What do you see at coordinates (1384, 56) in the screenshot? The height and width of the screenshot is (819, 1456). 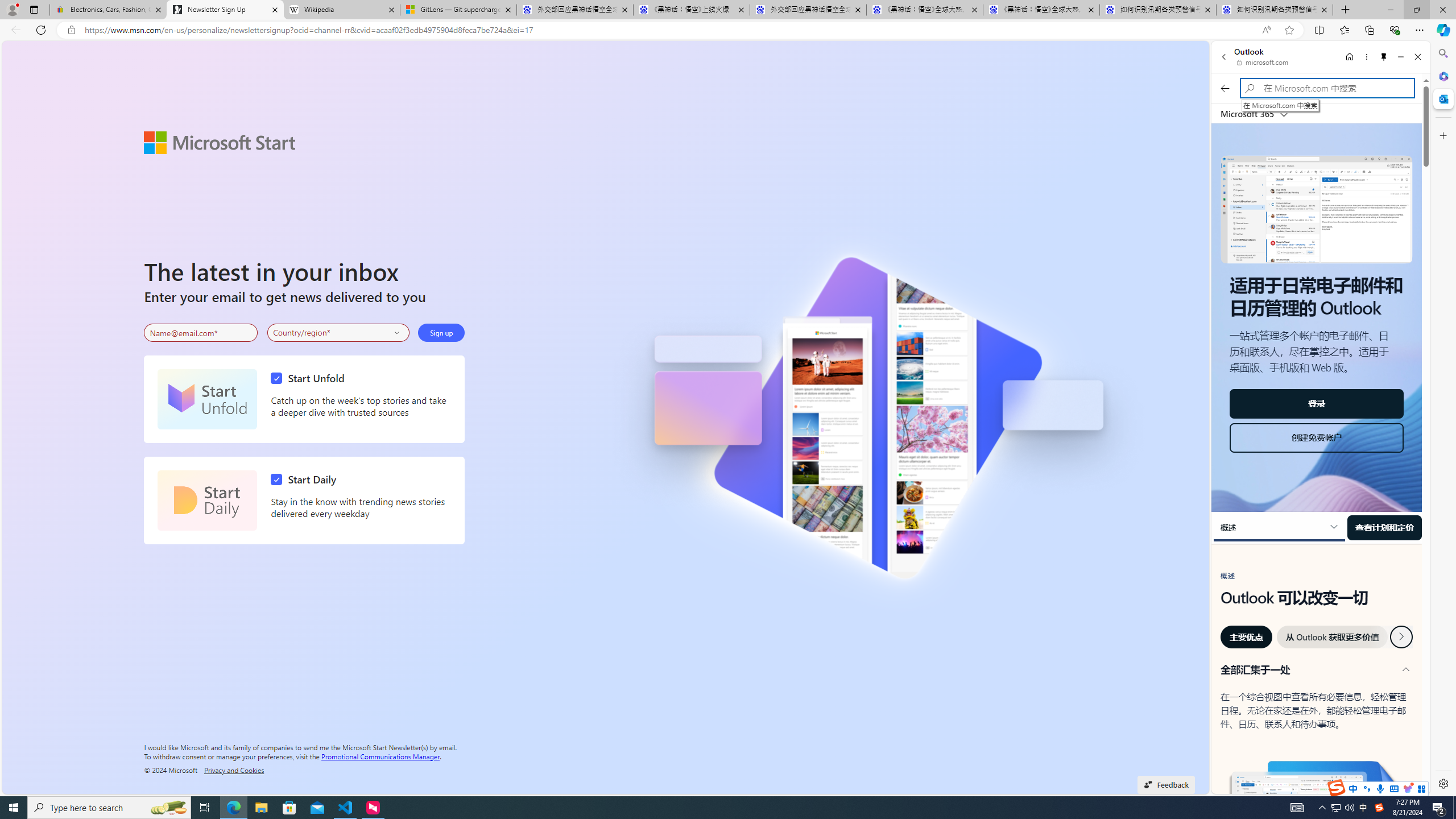 I see `'Unpin side pane'` at bounding box center [1384, 56].